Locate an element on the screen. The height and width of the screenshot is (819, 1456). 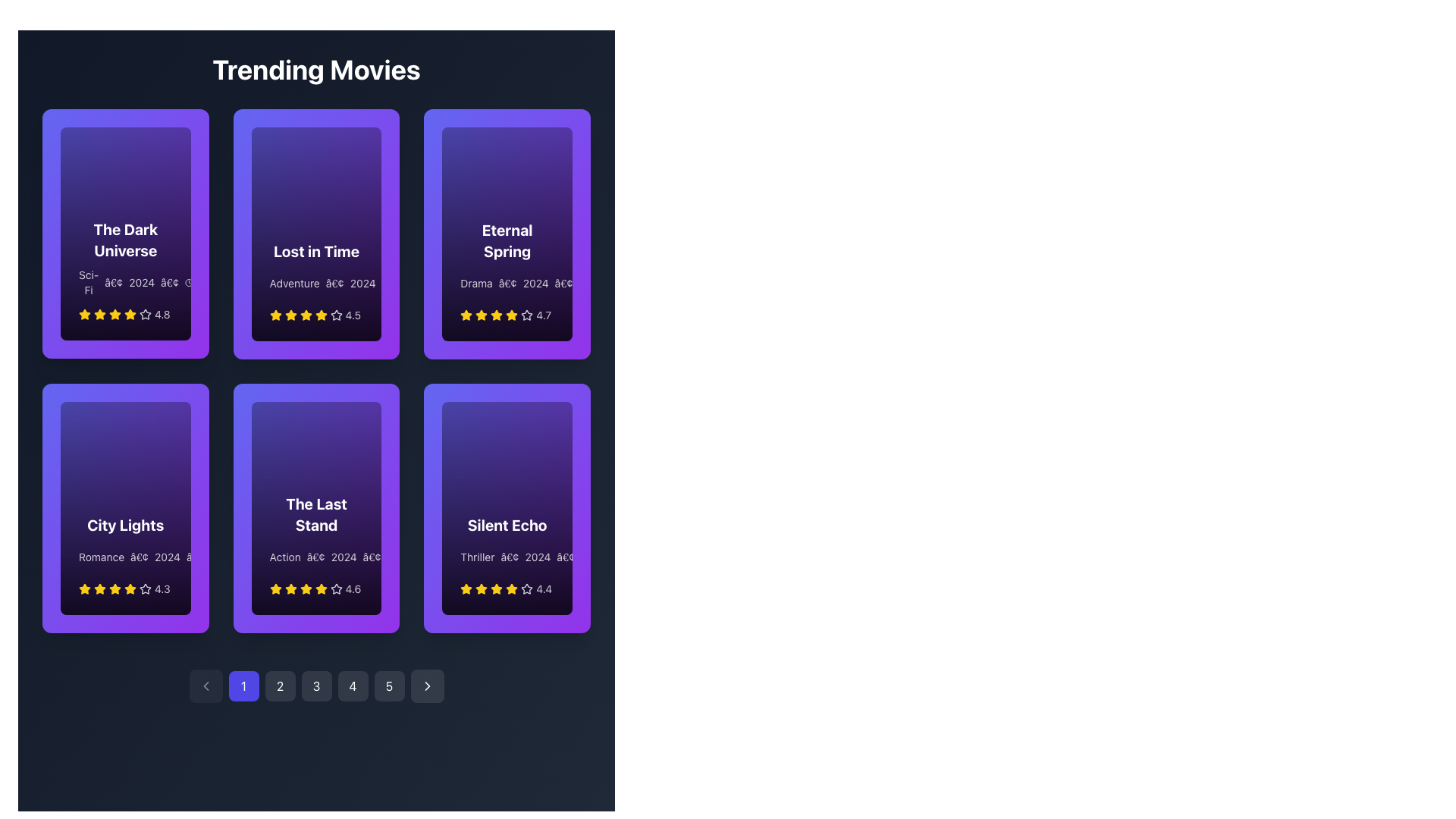
the rightwards arrow icon within the last button of the horizontal pagination control bar is located at coordinates (426, 686).